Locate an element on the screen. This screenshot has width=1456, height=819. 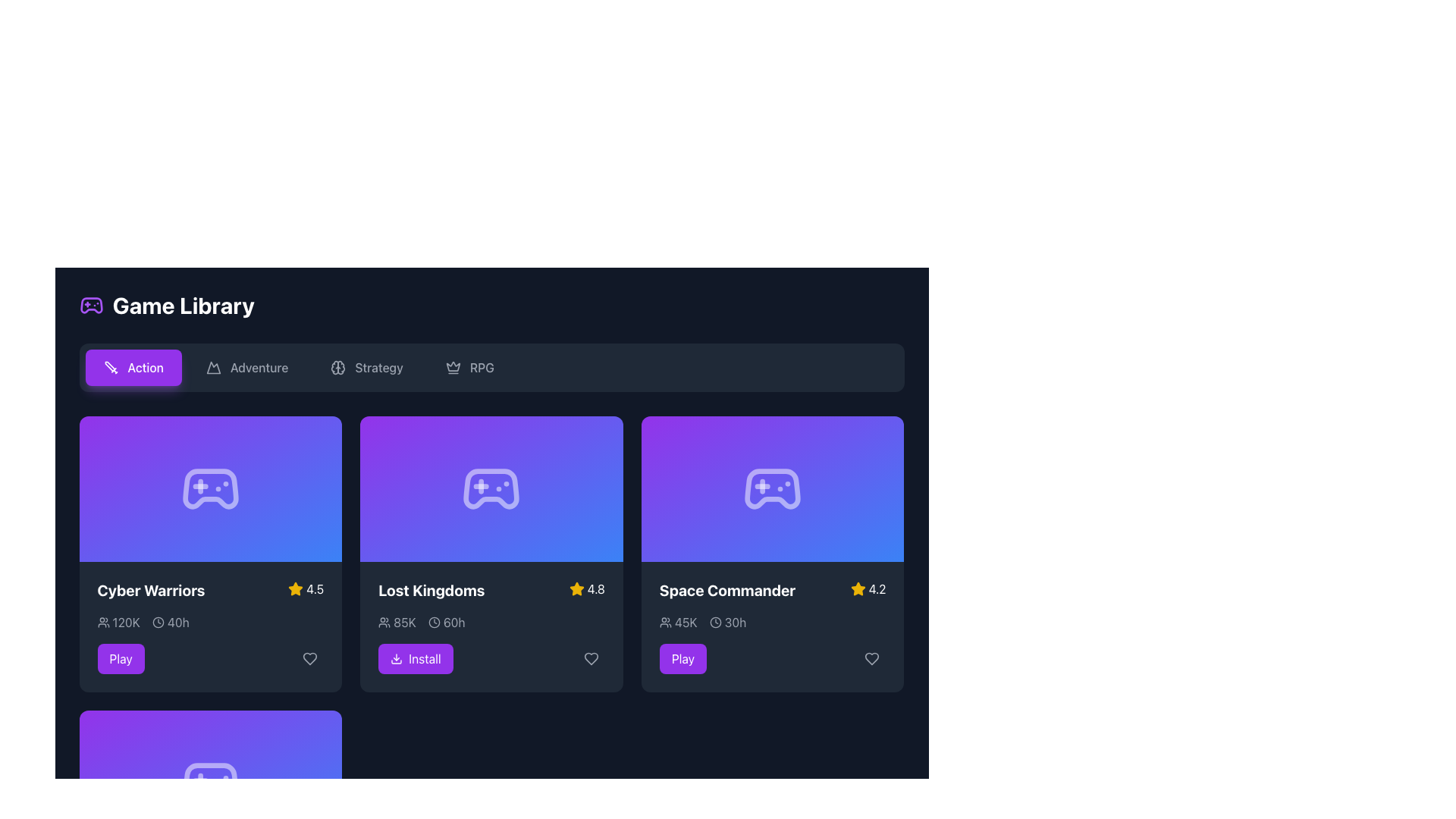
the static text label that displays the rating value of '4.2' for the 'Space Commander' game, located to the right of the yellow star icon within the 'Space Commander' card in the Game Library interface is located at coordinates (877, 588).